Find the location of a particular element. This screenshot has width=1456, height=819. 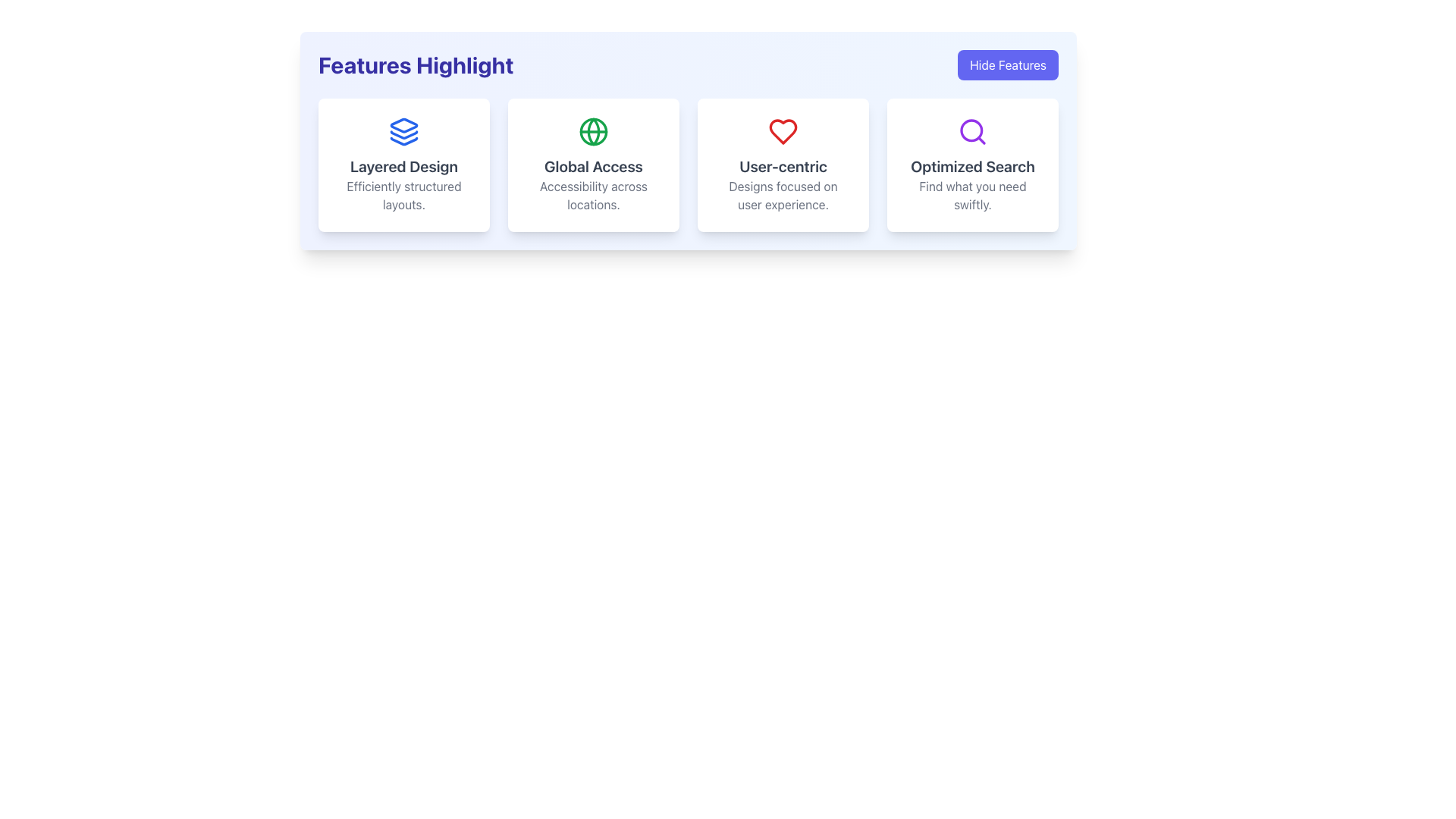

the purple magnifying glass icon located above the 'Optimized Search' text in the fourth card of the horizontal feature grid is located at coordinates (972, 130).